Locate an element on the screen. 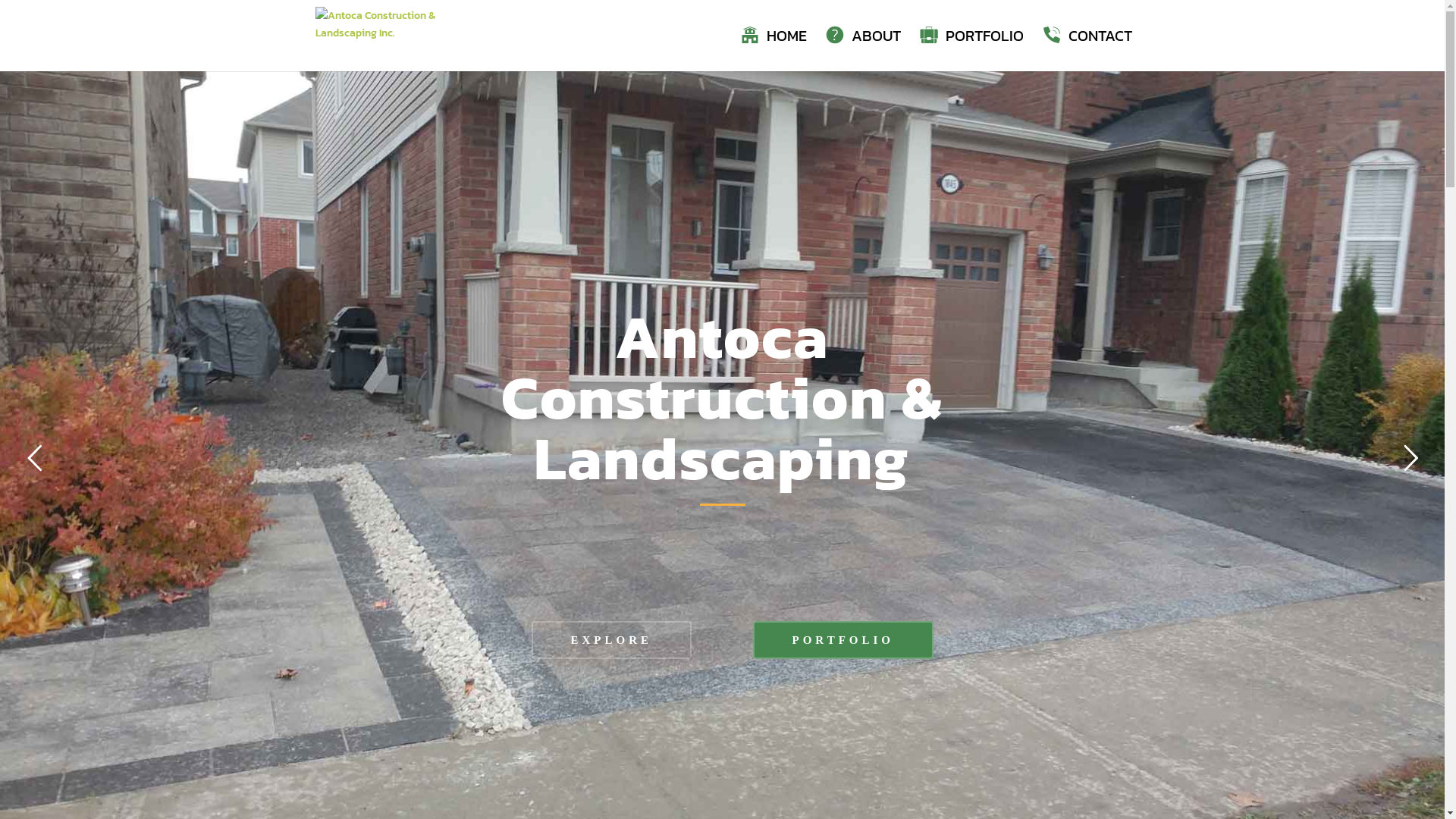 The width and height of the screenshot is (1456, 819). 'PORTFOLIO' is located at coordinates (971, 49).